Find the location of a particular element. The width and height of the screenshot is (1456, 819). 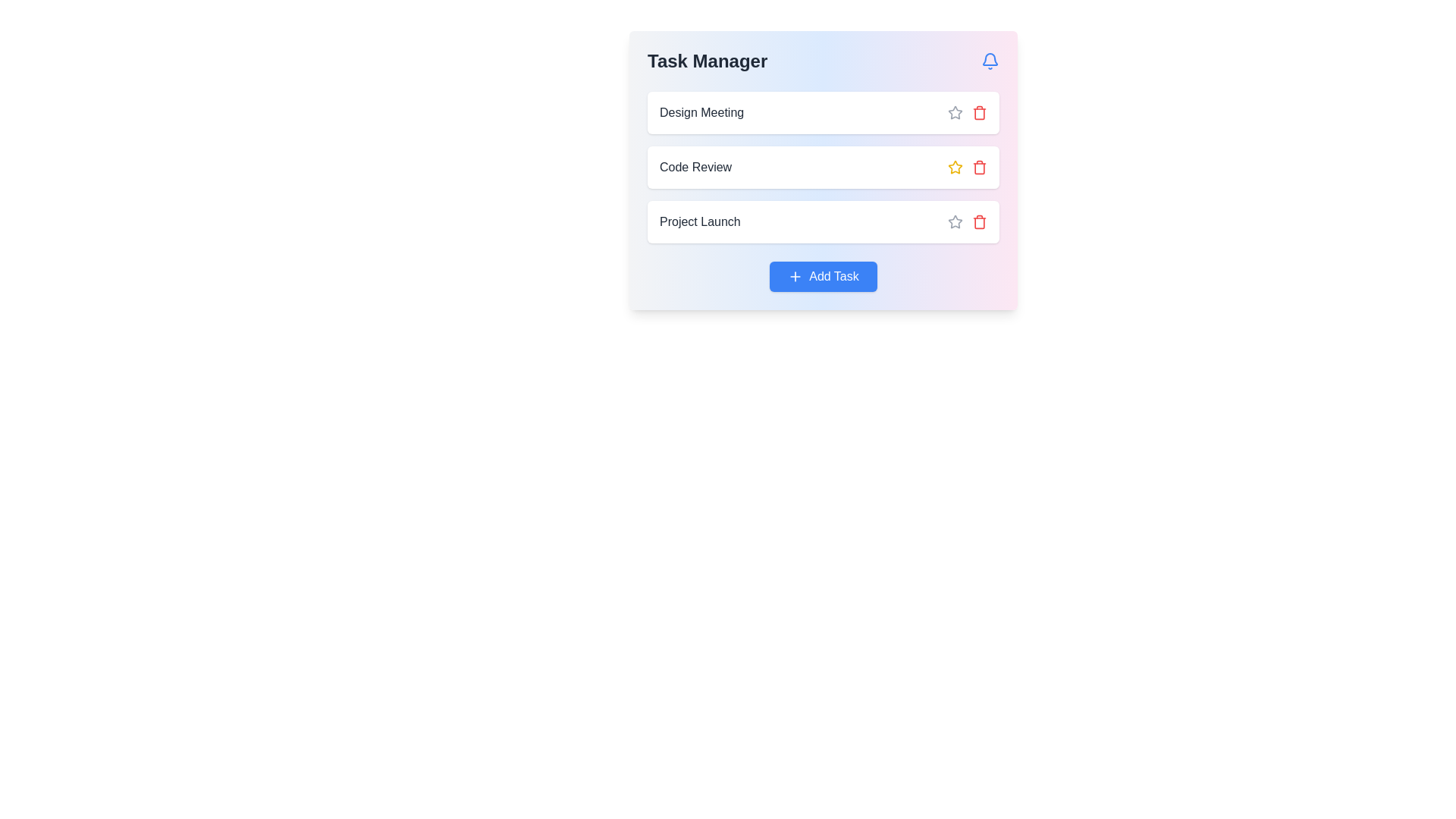

the trash icon in the Interactive icon group next to the 'Design Meeting' entry is located at coordinates (967, 112).